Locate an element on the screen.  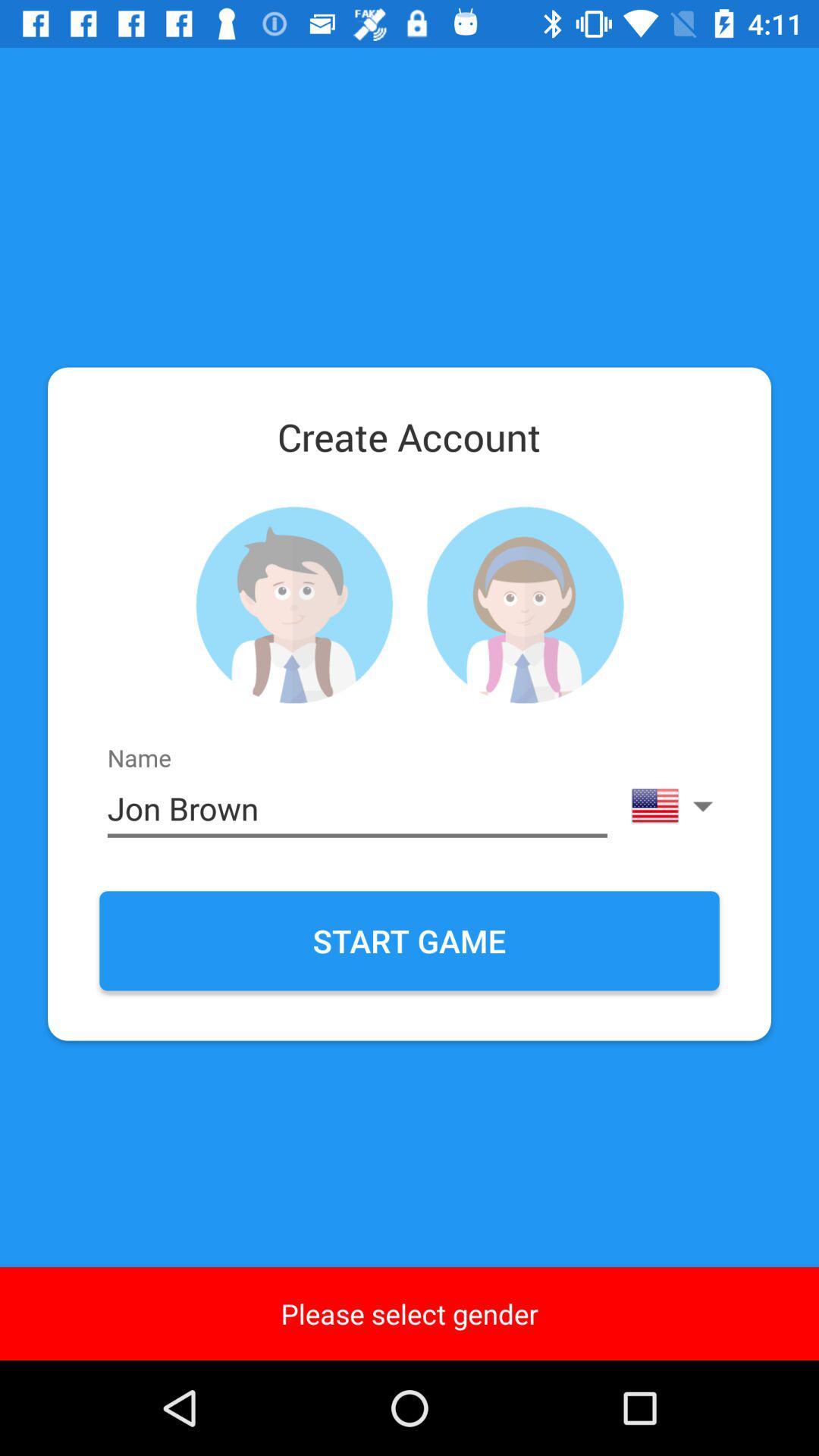
male gender is located at coordinates (293, 604).